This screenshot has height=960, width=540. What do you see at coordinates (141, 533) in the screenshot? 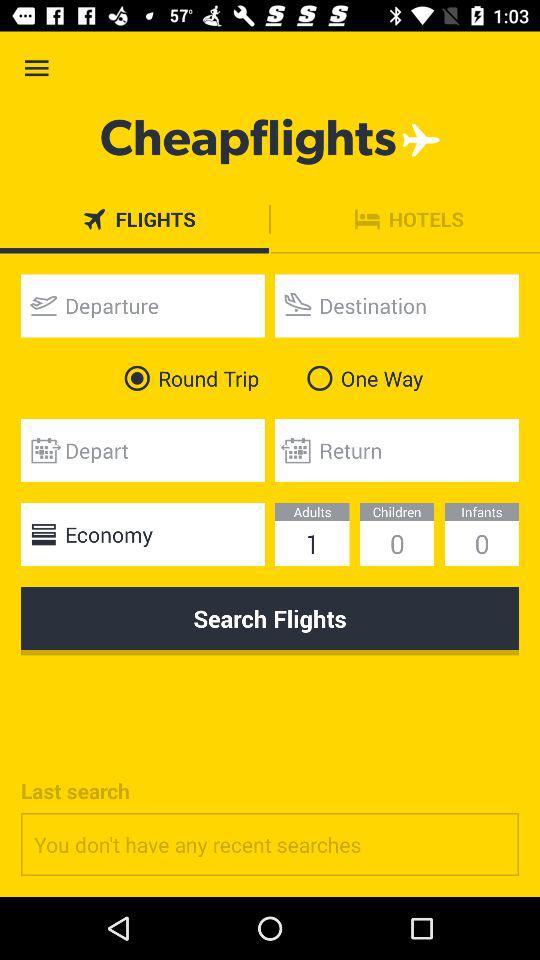
I see `the economy item` at bounding box center [141, 533].